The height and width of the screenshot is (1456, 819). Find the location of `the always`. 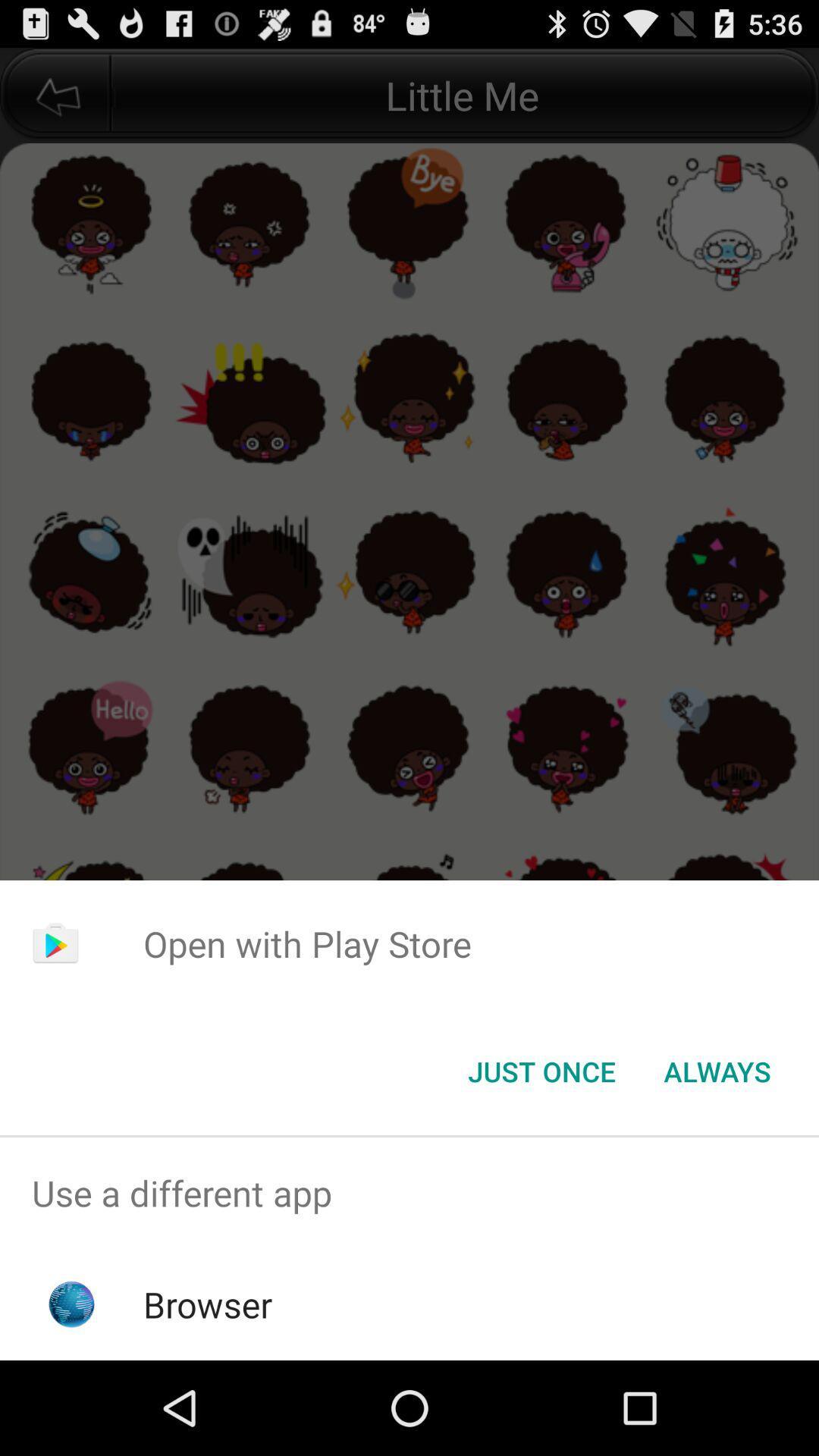

the always is located at coordinates (717, 1070).